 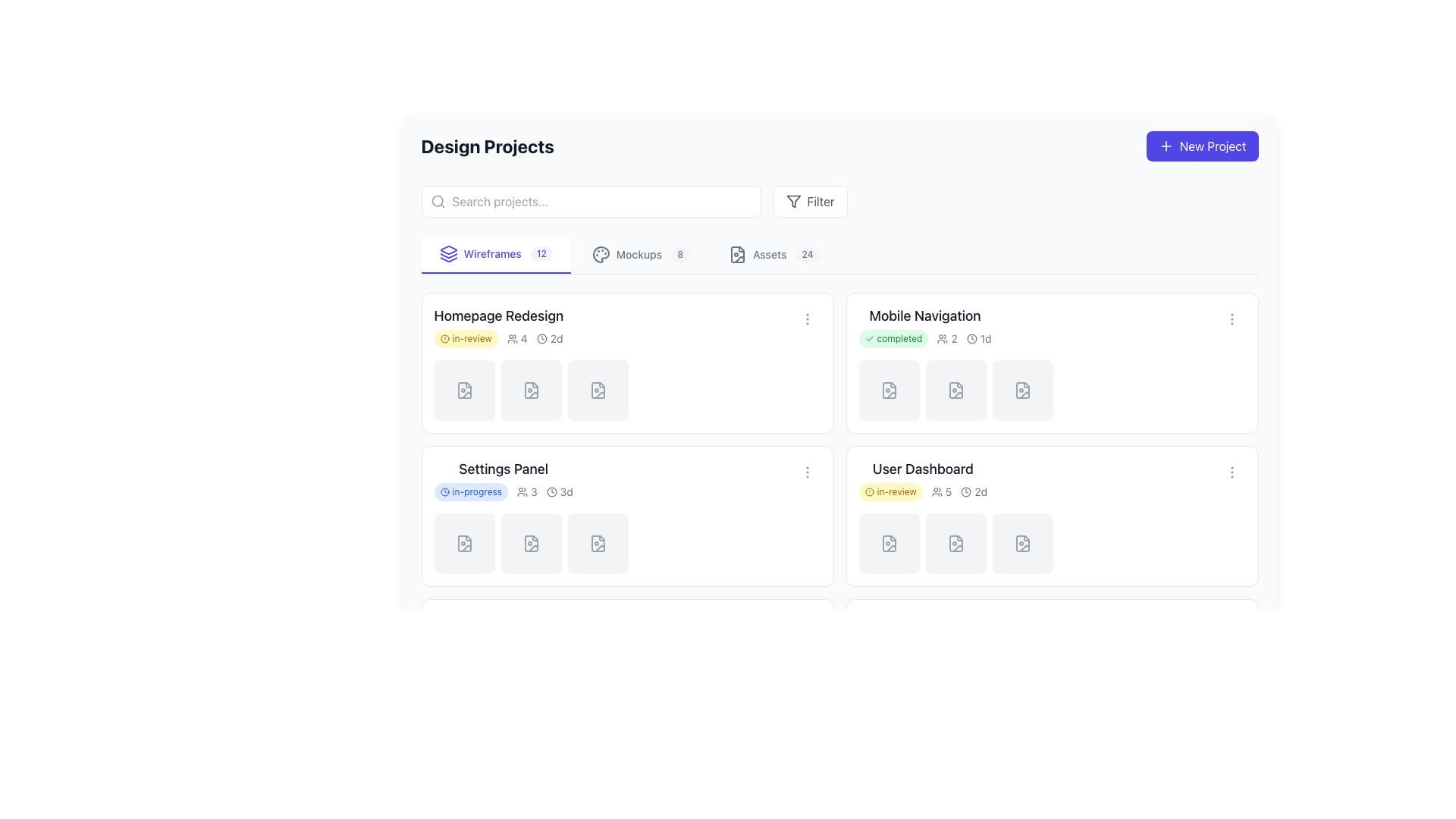 I want to click on the 'User Dashboard' composite card component located in the lower-right quadrant of the grid layout, so click(x=922, y=479).